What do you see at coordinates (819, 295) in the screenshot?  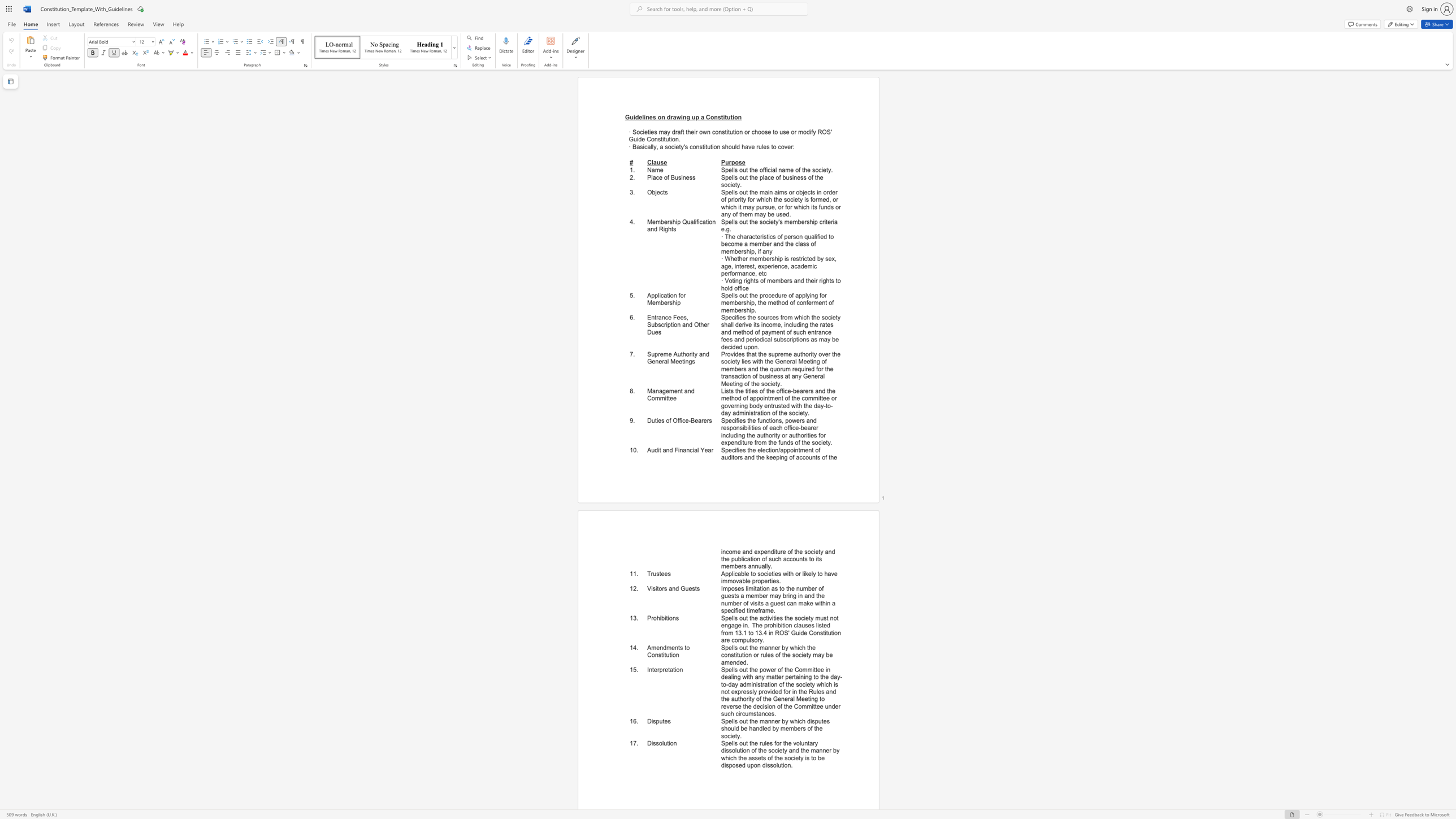 I see `the subset text "for membership, the method of conferment" within the text "Spells out the procedure of applying for membership, the method of conferment of membership."` at bounding box center [819, 295].